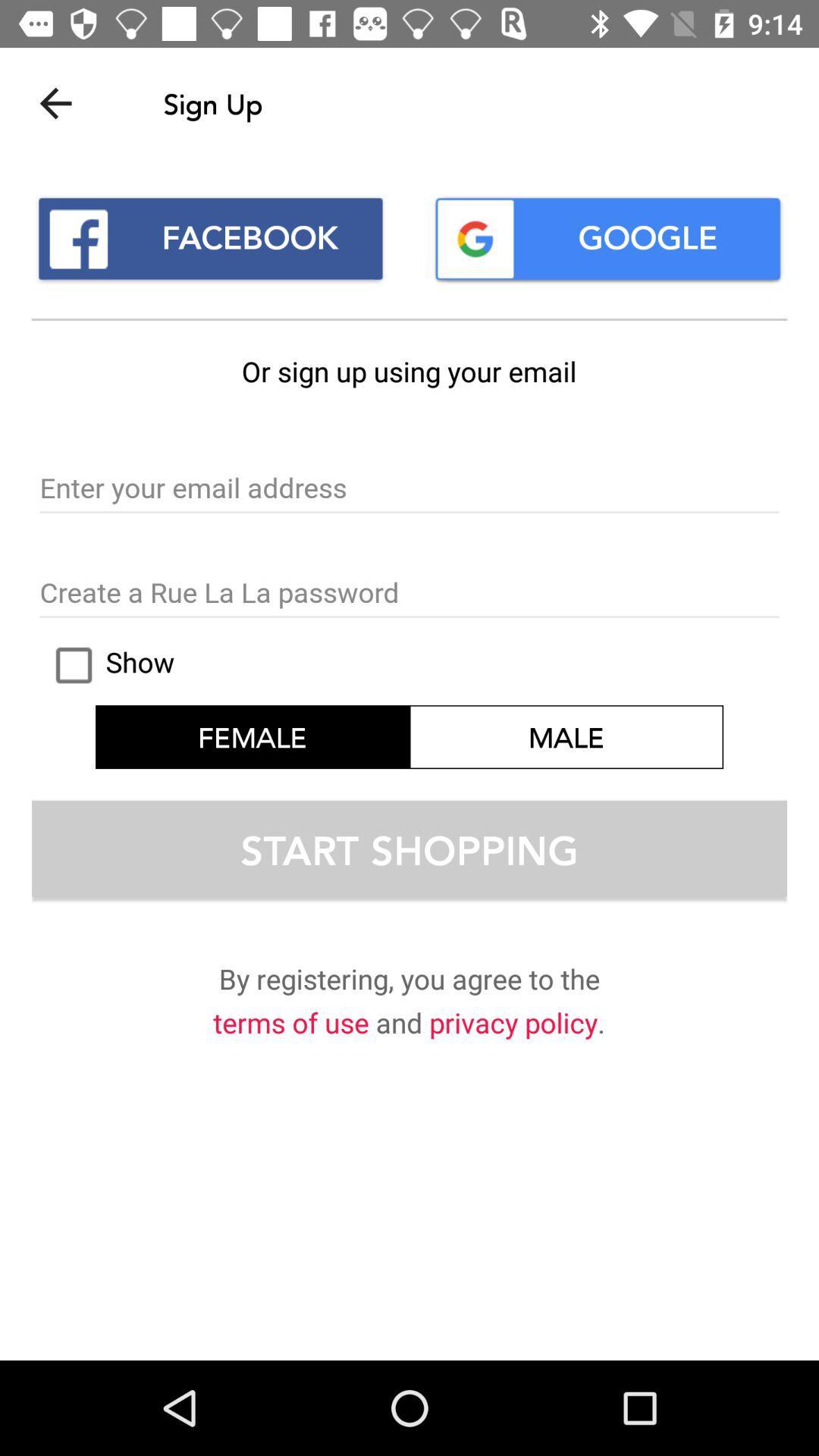 This screenshot has height=1456, width=819. I want to click on the icon next to the female item, so click(566, 736).